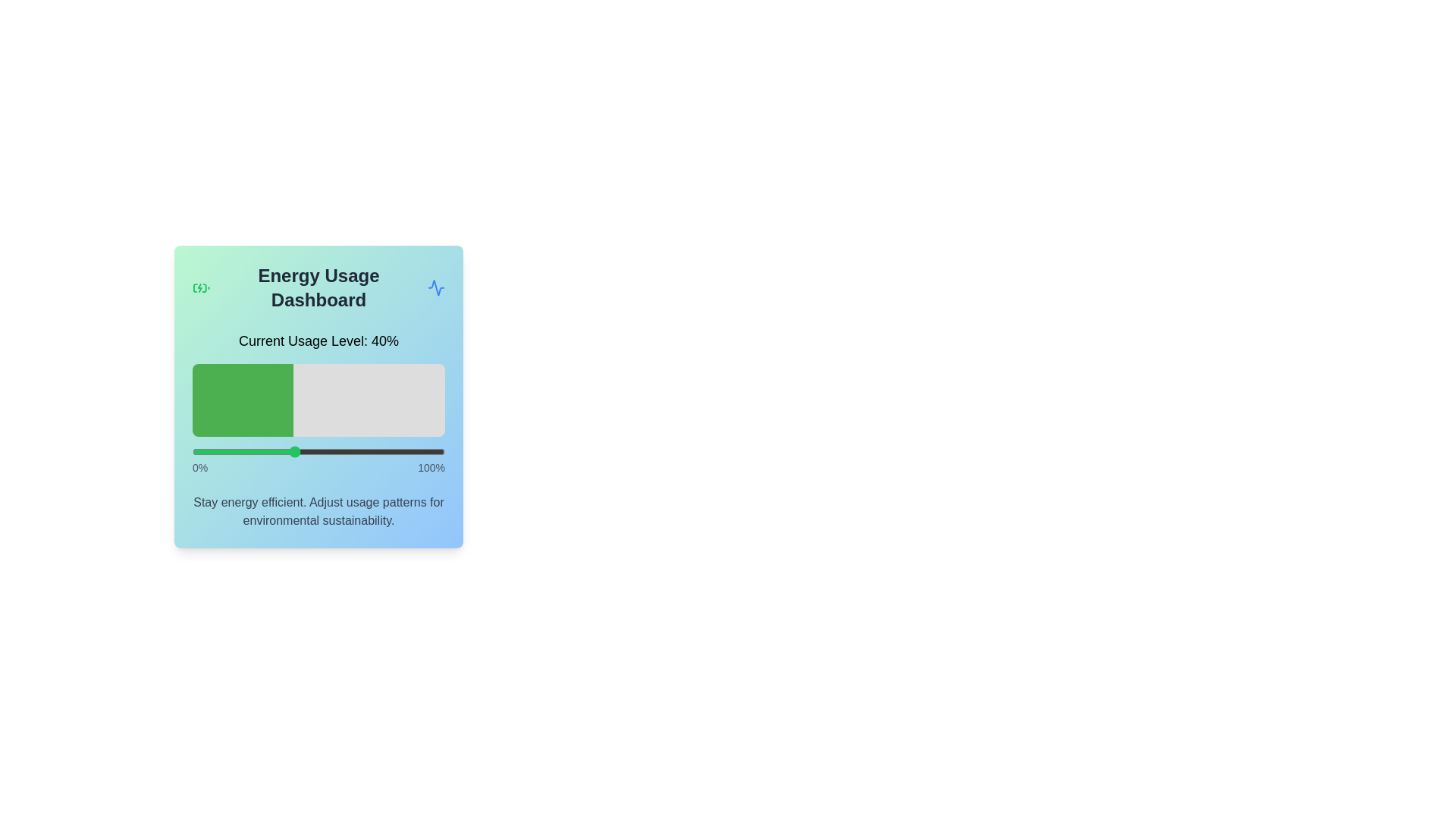 This screenshot has height=819, width=1456. What do you see at coordinates (323, 451) in the screenshot?
I see `the energy usage level to 52% by dragging the slider` at bounding box center [323, 451].